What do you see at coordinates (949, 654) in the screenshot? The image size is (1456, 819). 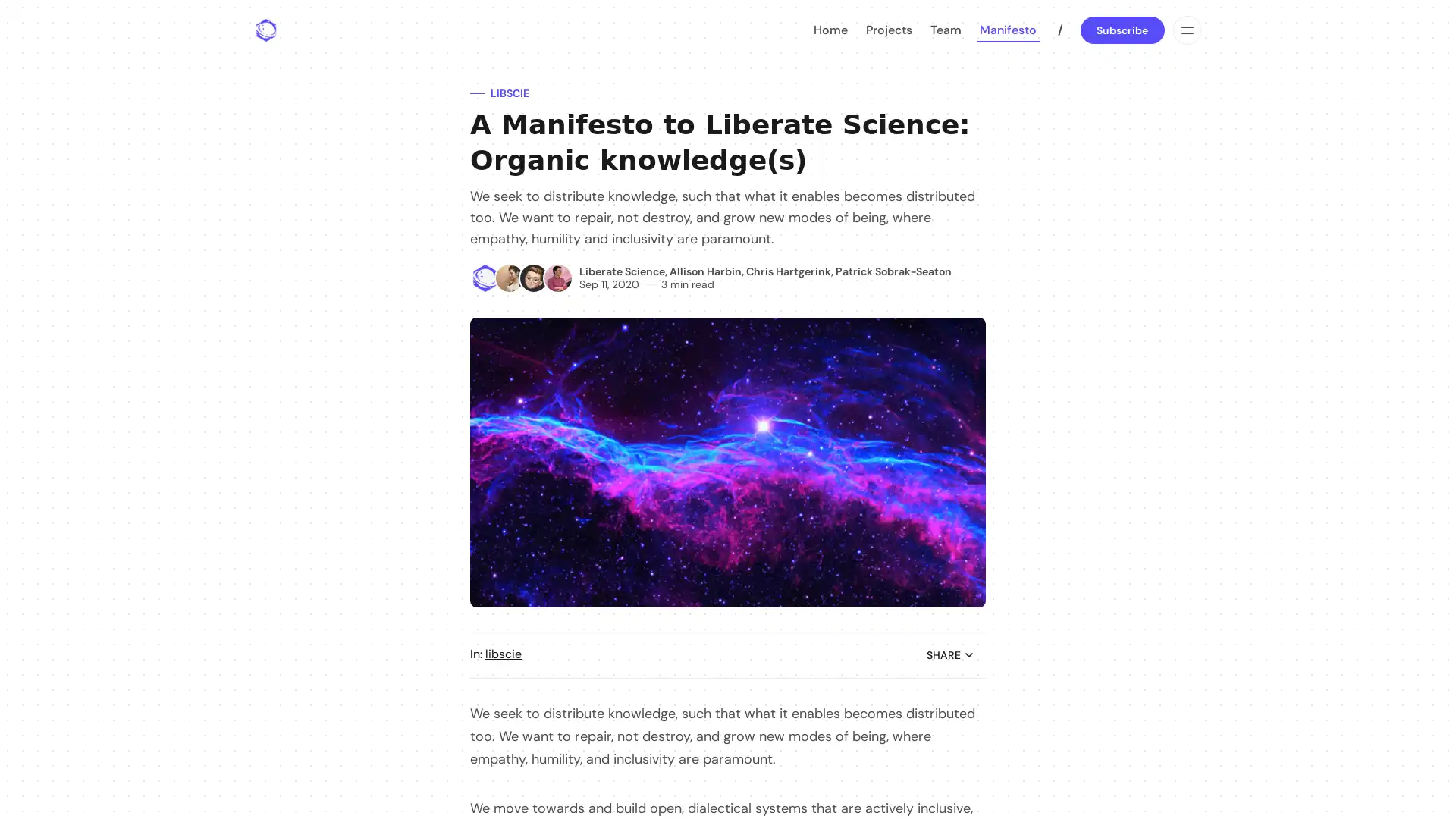 I see `SHARE` at bounding box center [949, 654].